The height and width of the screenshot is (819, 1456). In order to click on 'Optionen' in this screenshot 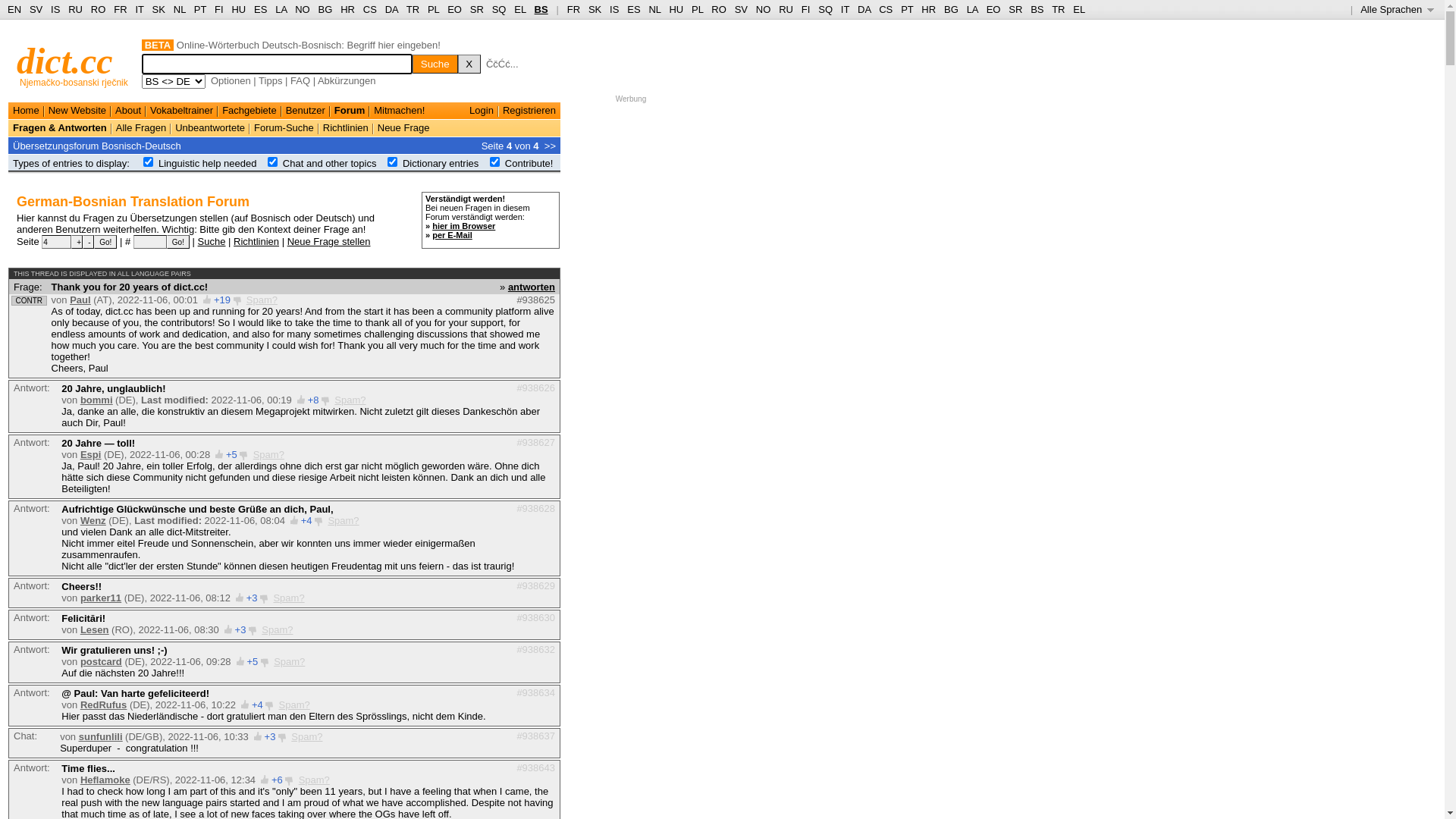, I will do `click(230, 80)`.